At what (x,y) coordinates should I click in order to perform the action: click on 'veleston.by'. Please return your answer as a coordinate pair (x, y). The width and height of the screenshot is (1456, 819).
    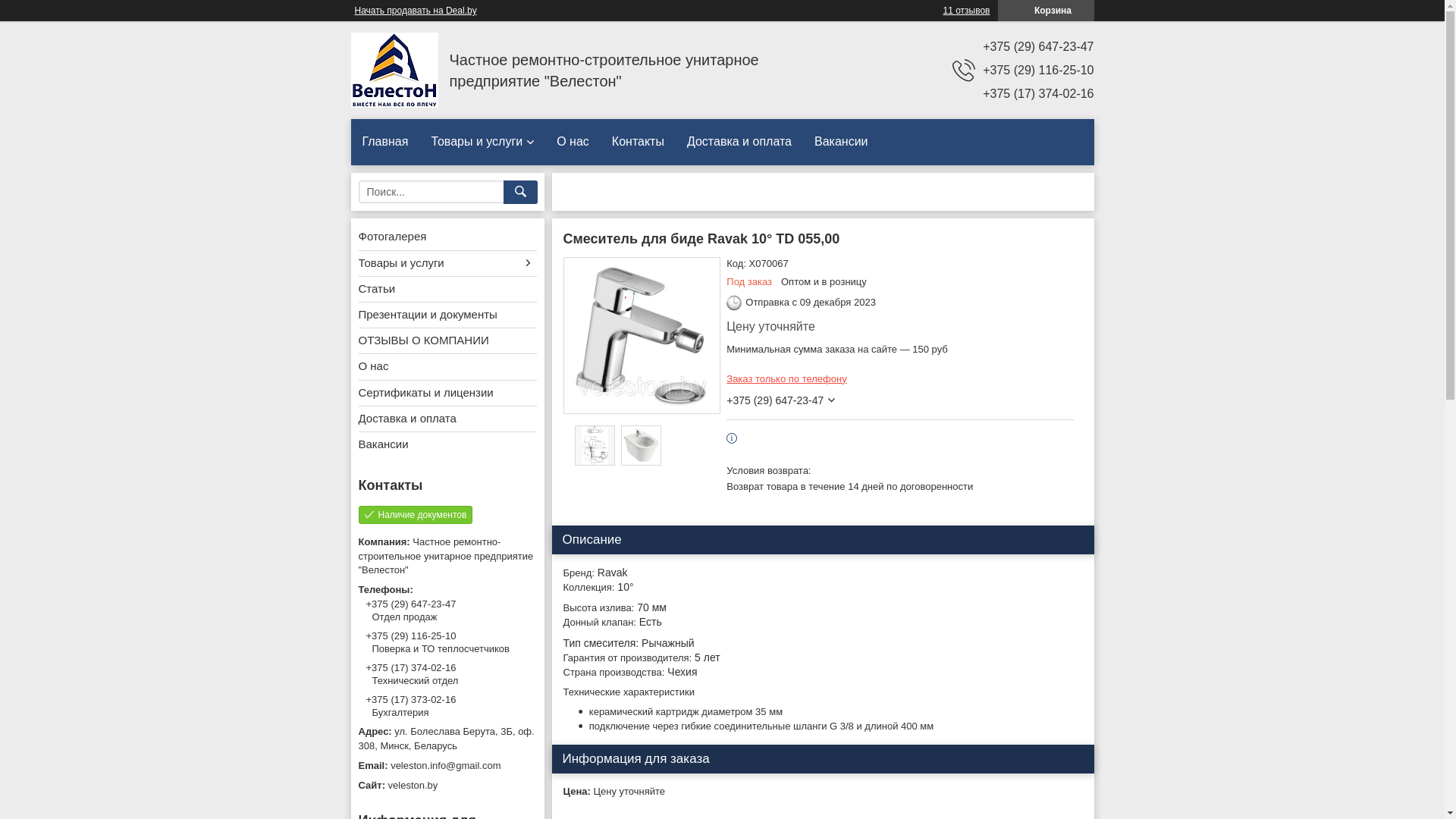
    Looking at the image, I should click on (356, 785).